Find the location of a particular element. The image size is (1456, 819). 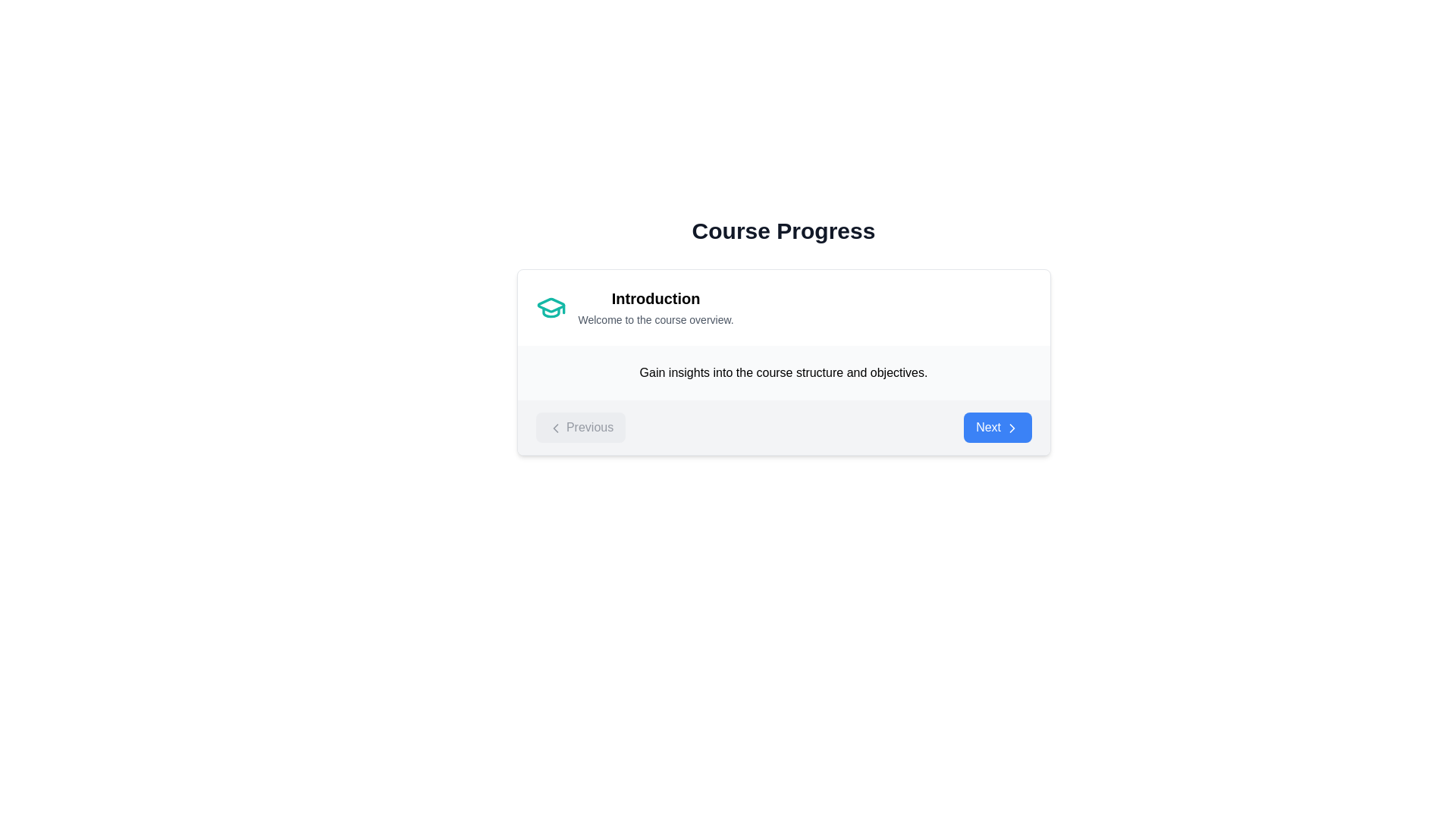

the text label displaying 'Introduction', which is styled as a bold heading and positioned above the subtitle 'Welcome to the course overview.' is located at coordinates (656, 298).